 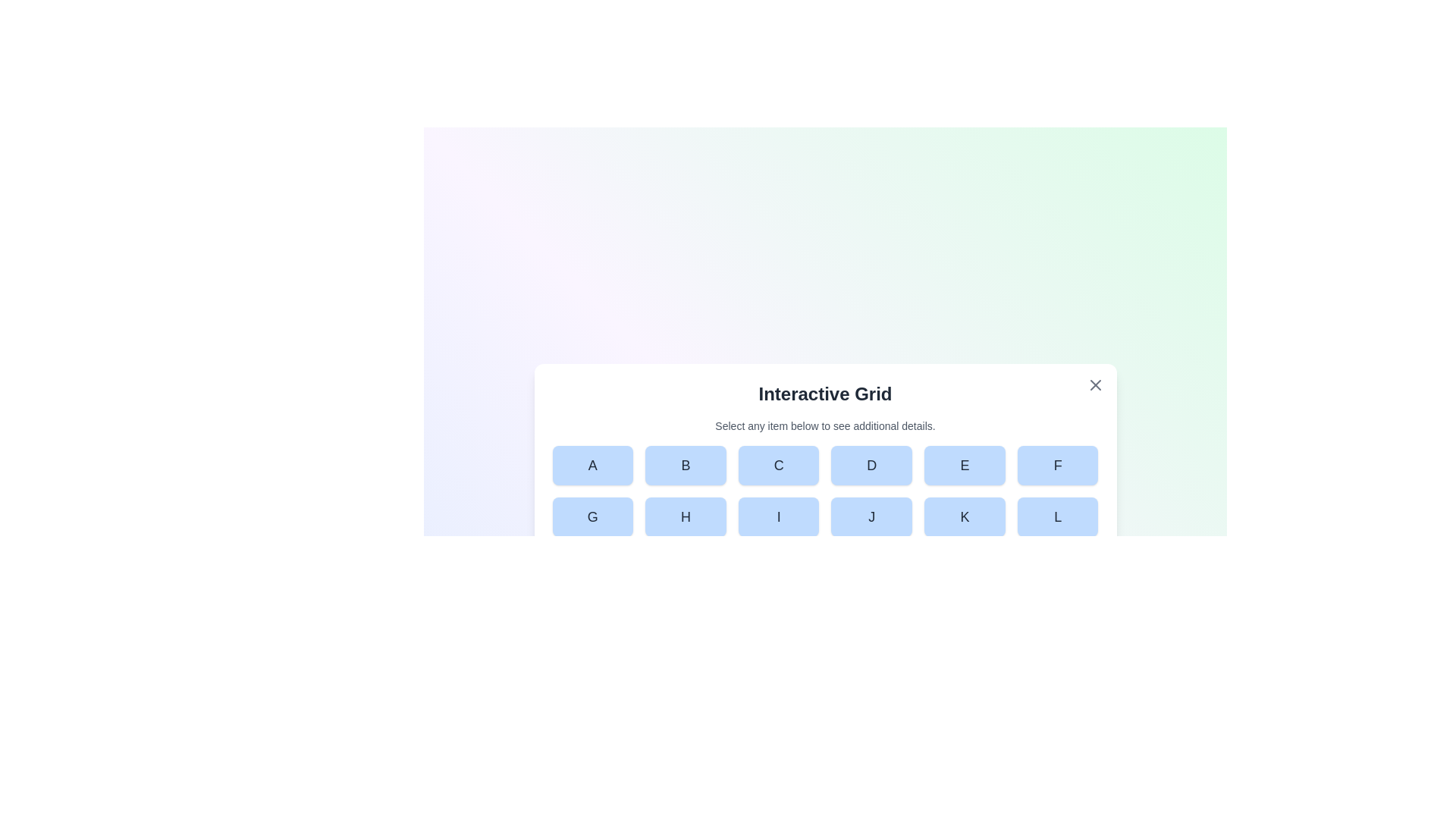 I want to click on the button labeled F in the grid, so click(x=1057, y=464).